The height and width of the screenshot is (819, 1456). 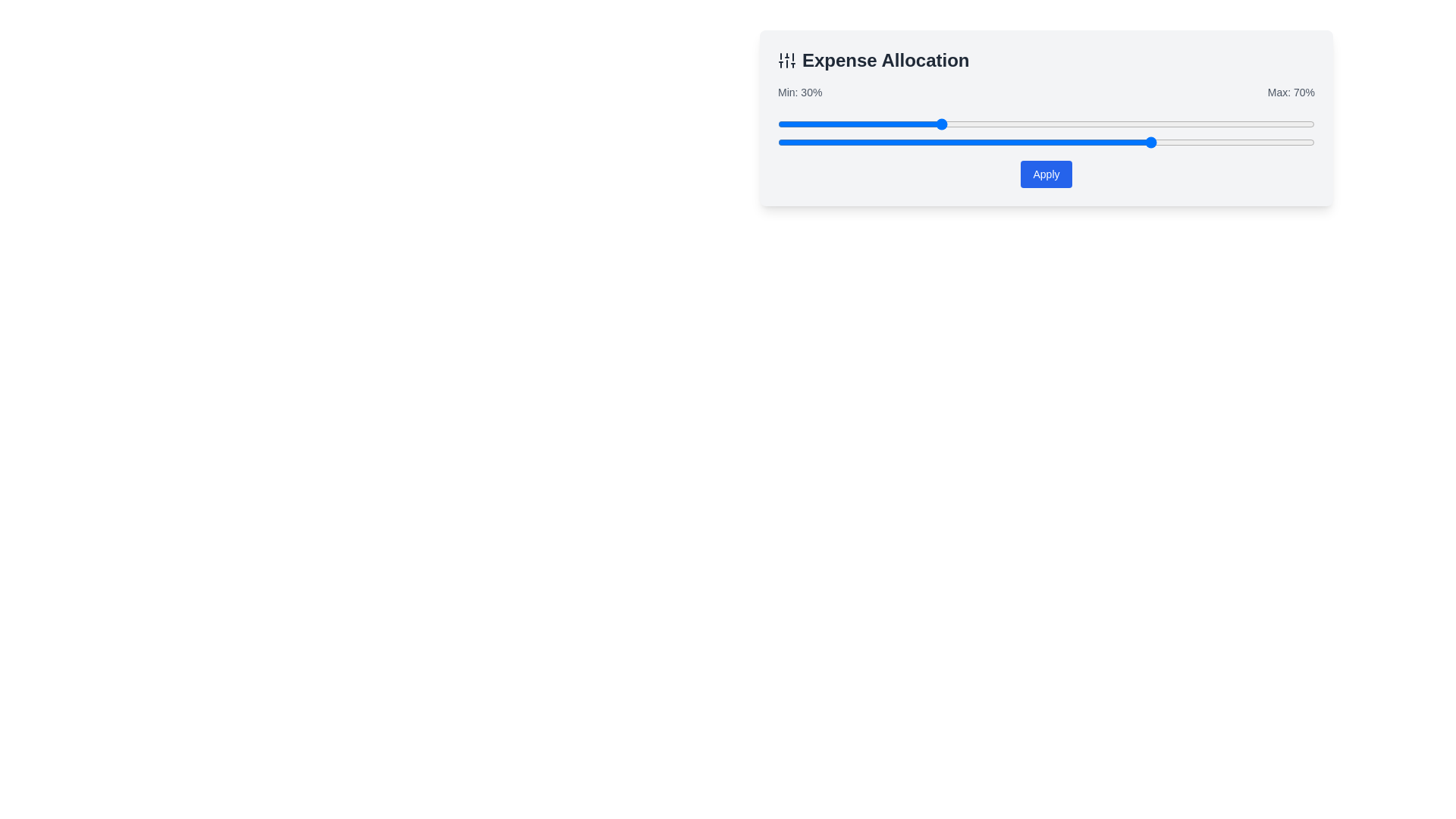 What do you see at coordinates (971, 143) in the screenshot?
I see `the slider's value` at bounding box center [971, 143].